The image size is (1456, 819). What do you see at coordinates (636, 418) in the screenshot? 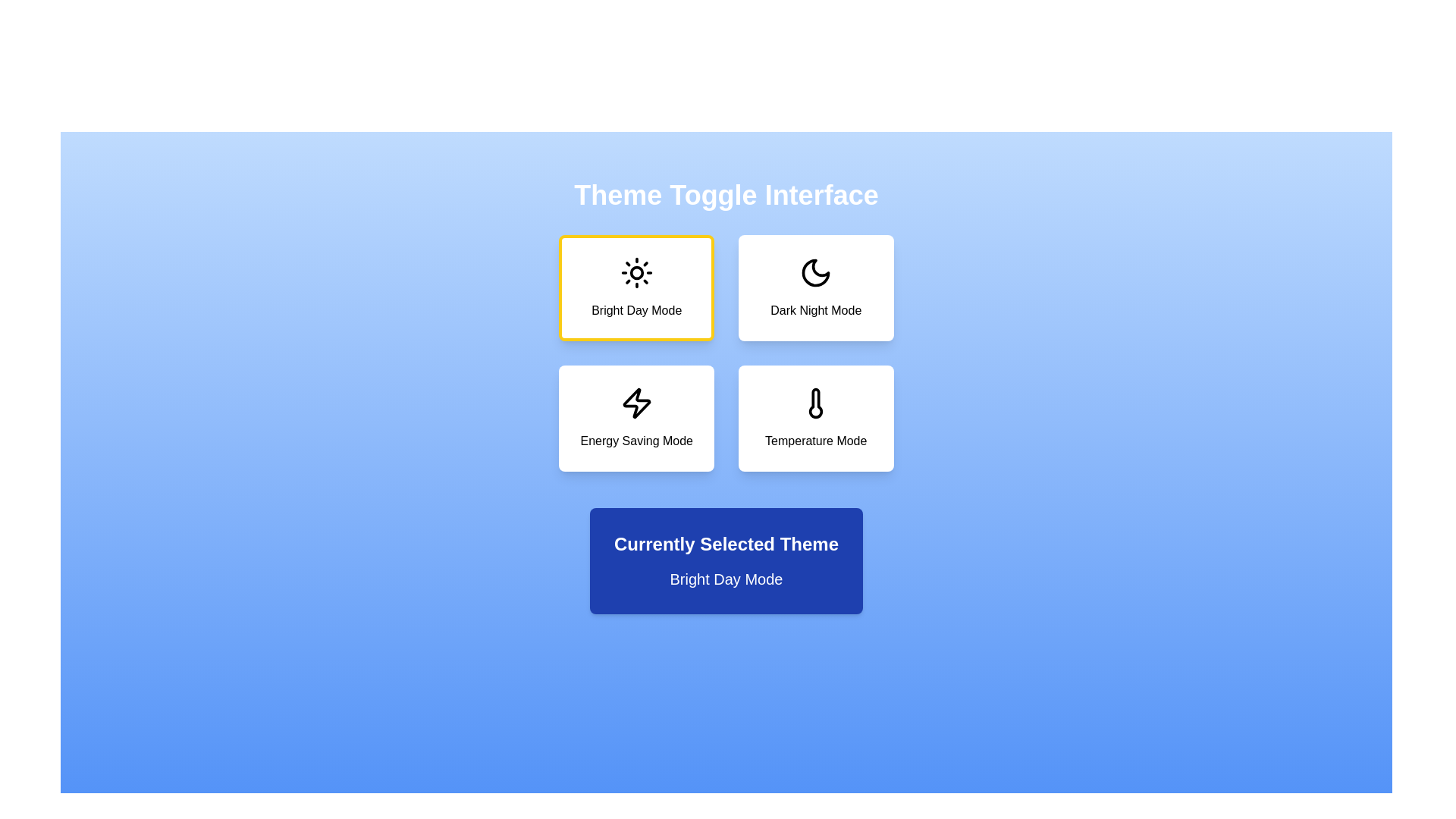
I see `the theme Energy Saving Mode by clicking its button` at bounding box center [636, 418].